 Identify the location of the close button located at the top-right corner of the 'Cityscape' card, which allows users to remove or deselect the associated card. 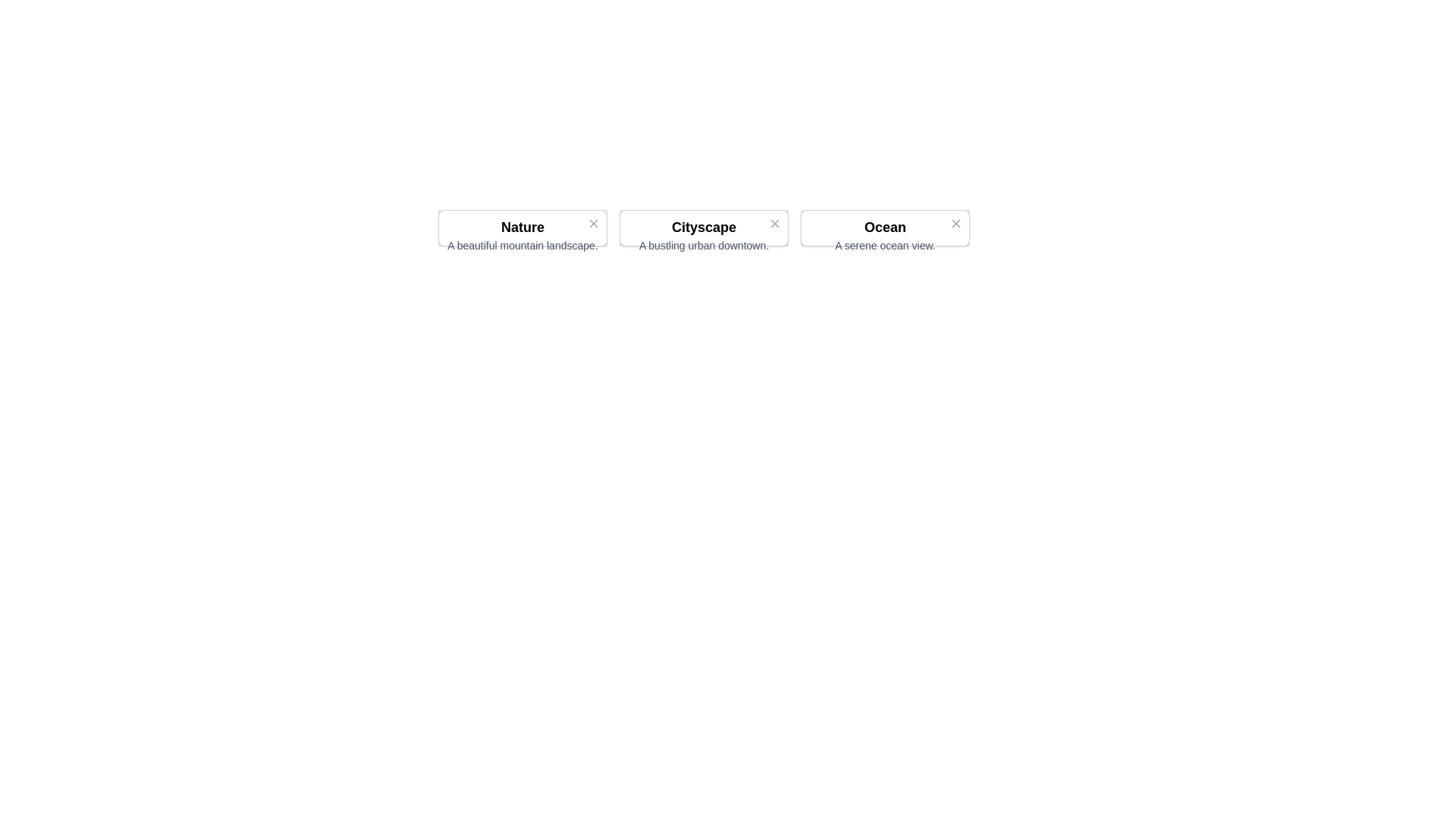
(775, 226).